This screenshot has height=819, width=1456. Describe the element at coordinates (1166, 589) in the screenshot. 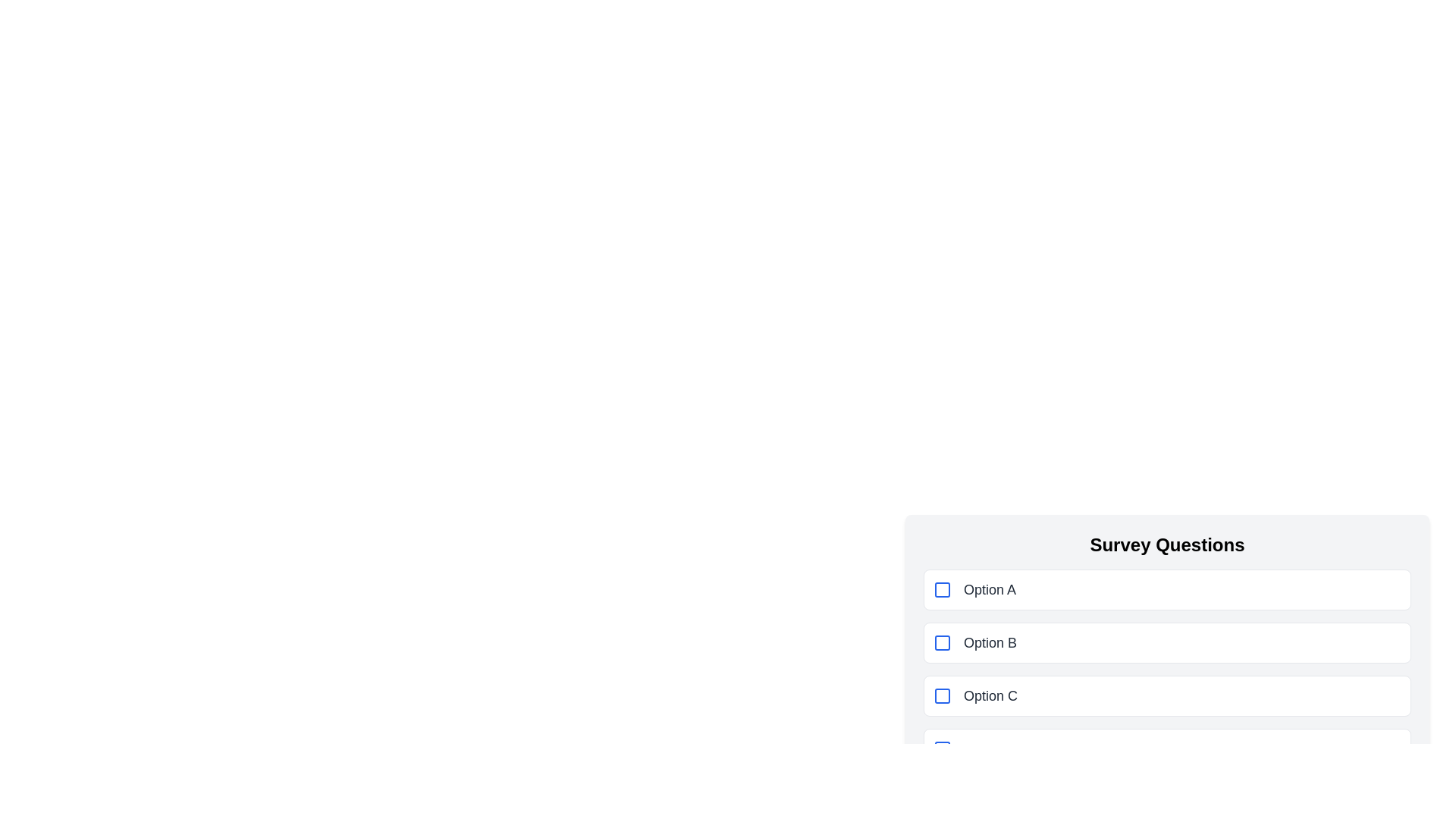

I see `the first selectable option button labeled 'Option A' with a blue checkmark, located under the 'Survey Questions' section` at that location.